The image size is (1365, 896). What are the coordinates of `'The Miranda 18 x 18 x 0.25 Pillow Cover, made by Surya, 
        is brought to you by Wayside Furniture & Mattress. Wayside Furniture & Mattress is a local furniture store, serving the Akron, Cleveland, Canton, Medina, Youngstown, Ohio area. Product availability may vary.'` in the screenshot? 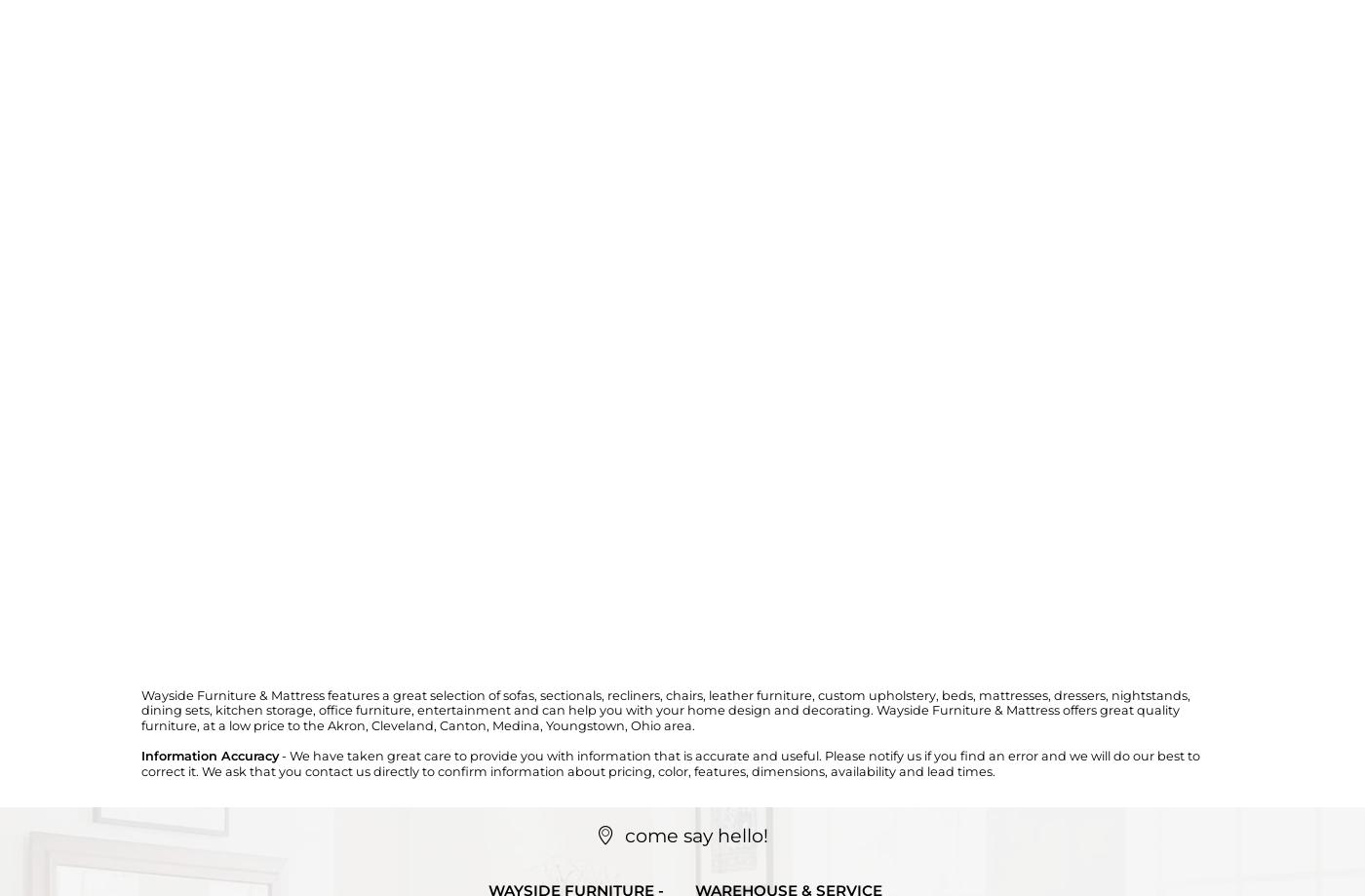 It's located at (675, 311).